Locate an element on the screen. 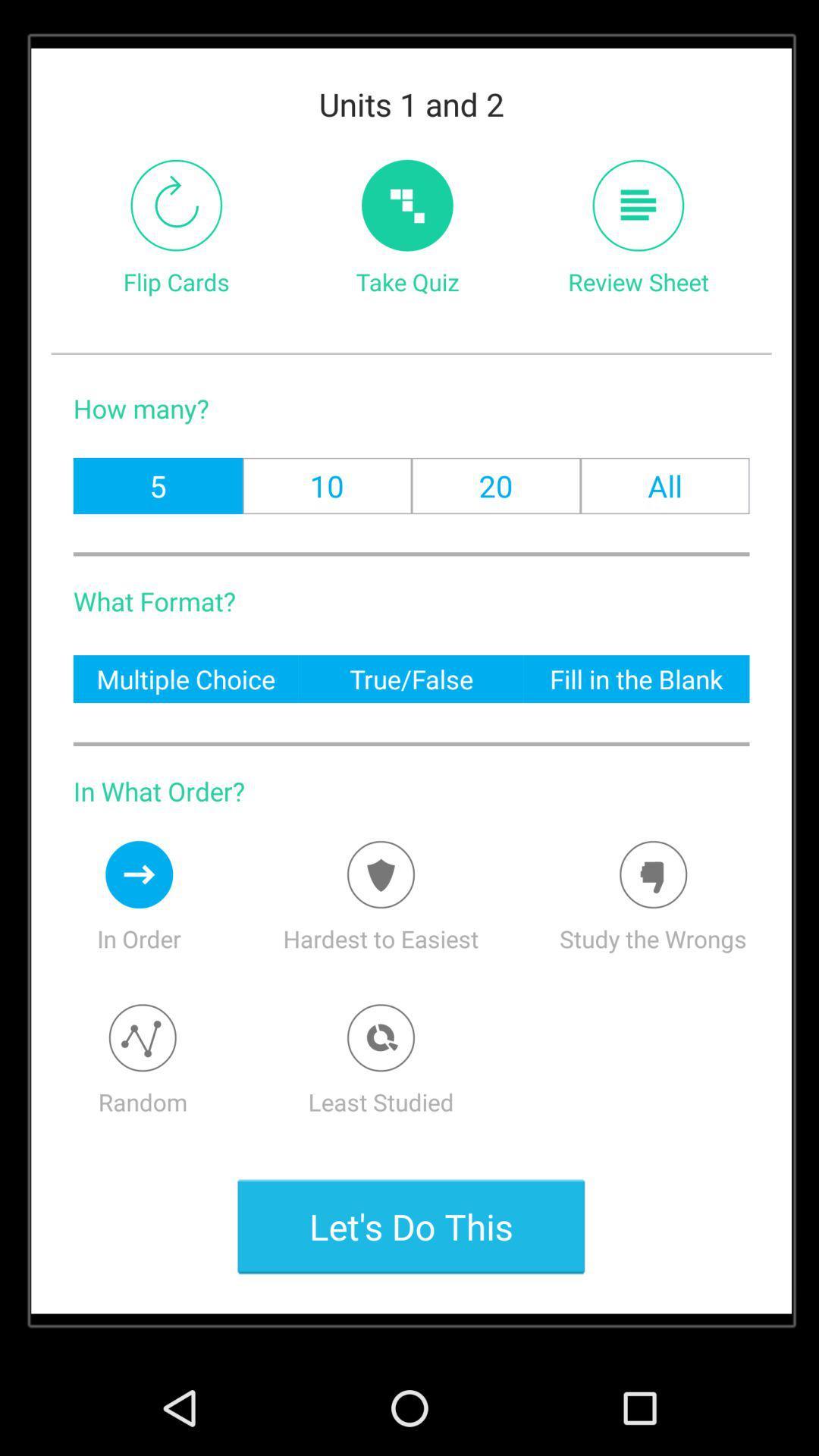 Image resolution: width=819 pixels, height=1456 pixels. hardest to easiest questions is located at coordinates (380, 874).